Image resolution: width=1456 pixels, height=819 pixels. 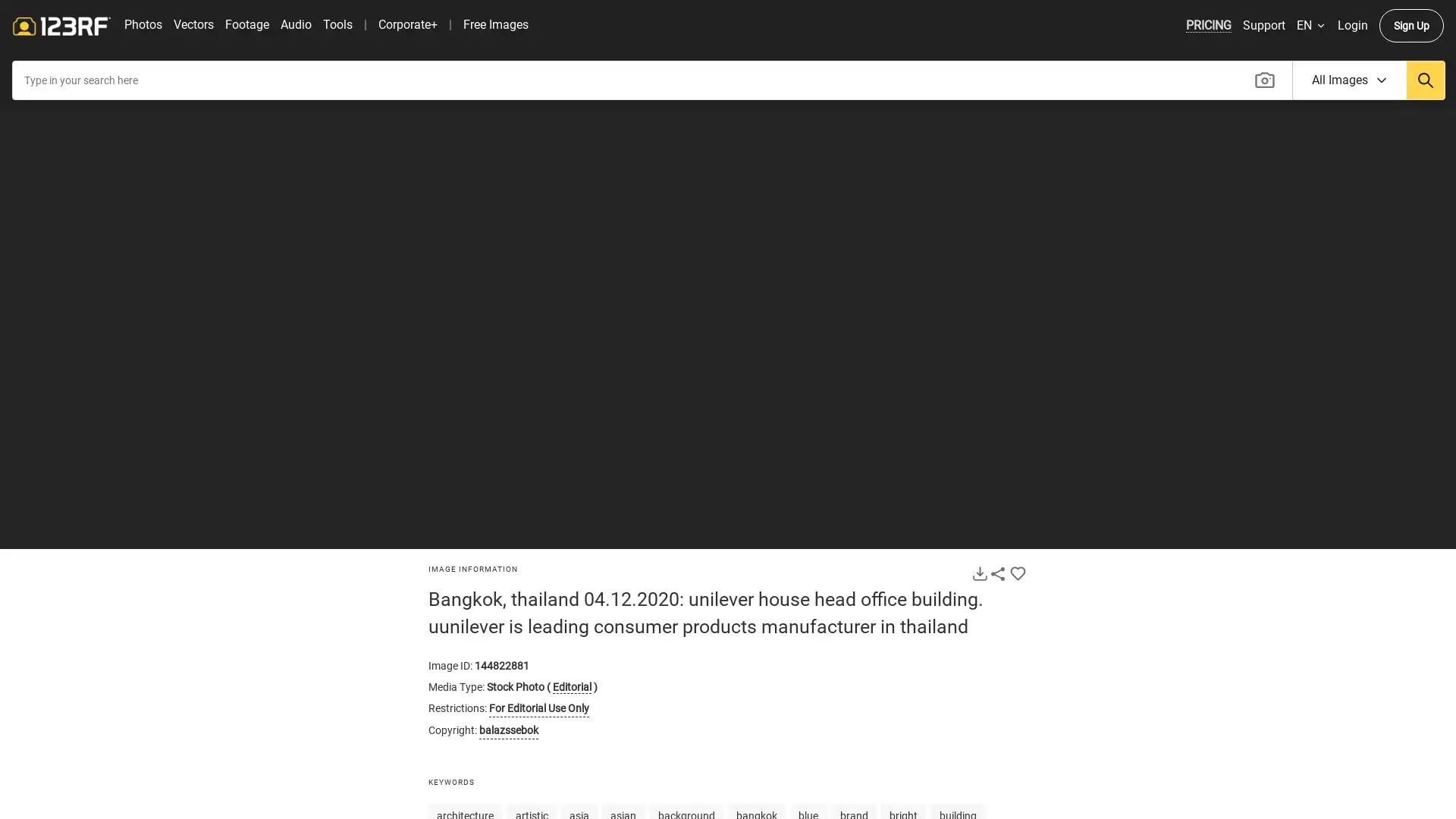 I want to click on INSTAGRAM_POST Instagram post 1080 x 1080 px, so click(x=1288, y=688).